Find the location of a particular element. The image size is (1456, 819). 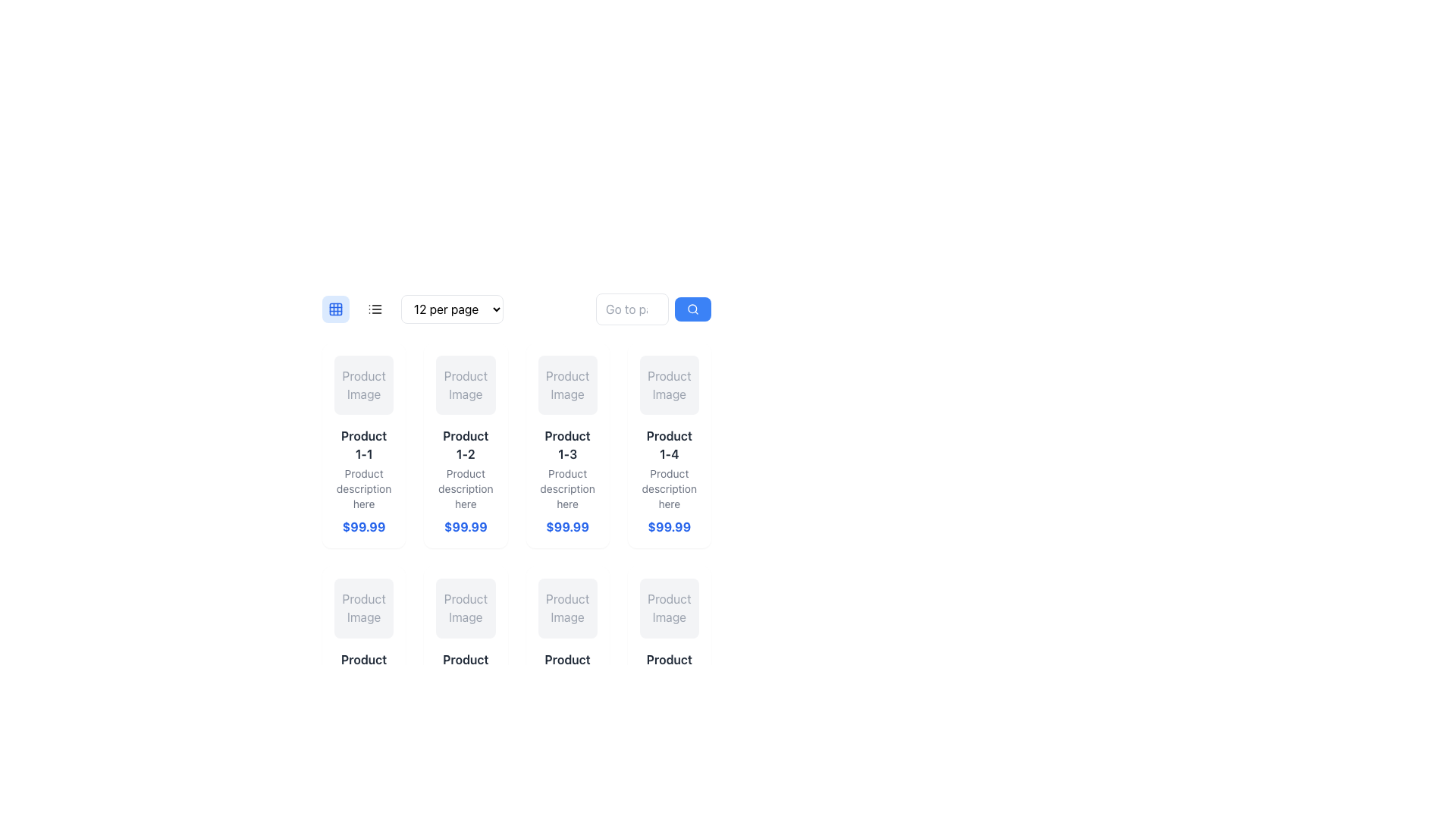

the input field or button located in the rightmost group of the top control bar, which allows users to navigate to a specific page by entering a number and clicking the adjacent button is located at coordinates (654, 309).